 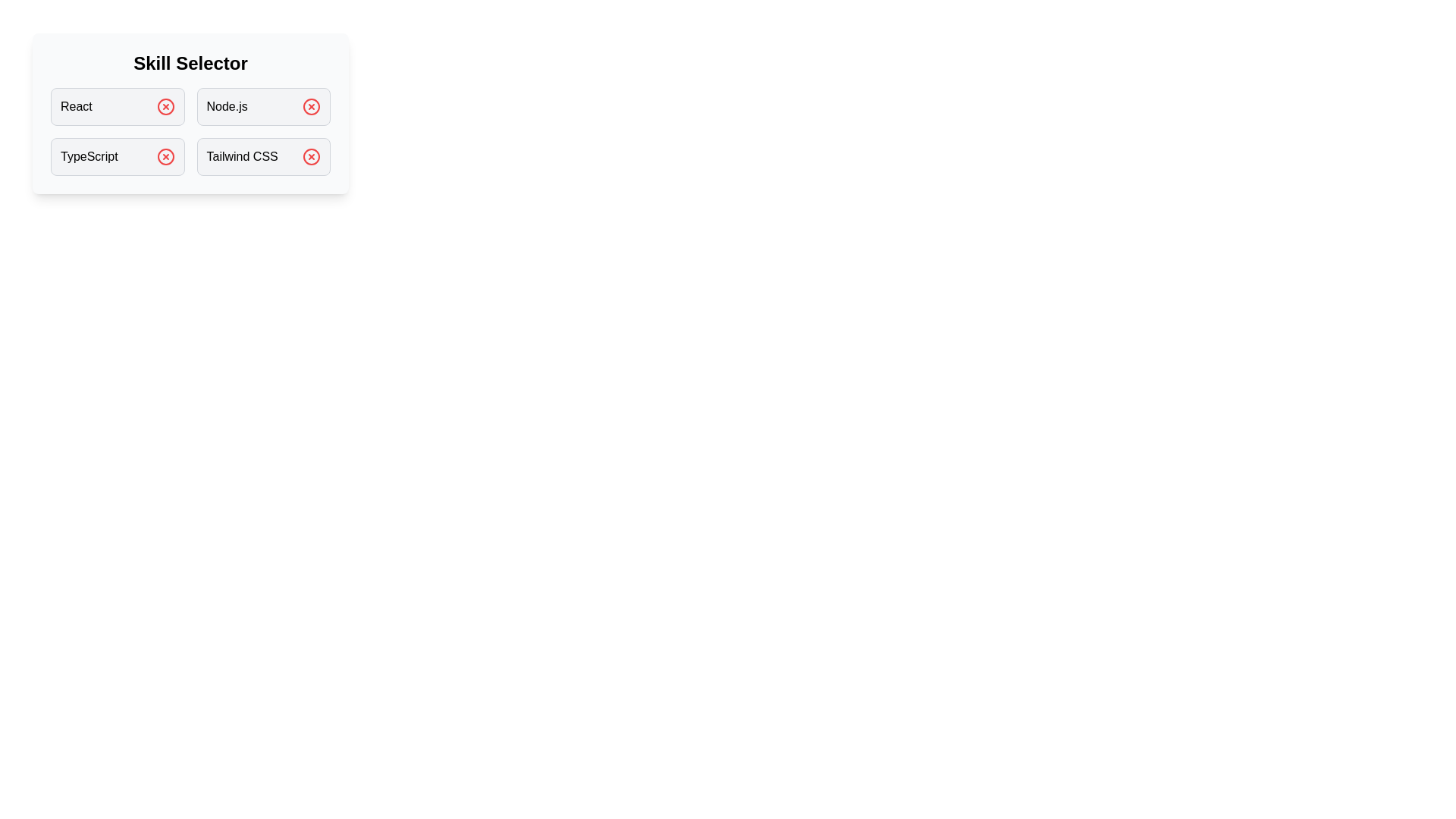 What do you see at coordinates (263, 106) in the screenshot?
I see `the skill box labeled Node.js` at bounding box center [263, 106].